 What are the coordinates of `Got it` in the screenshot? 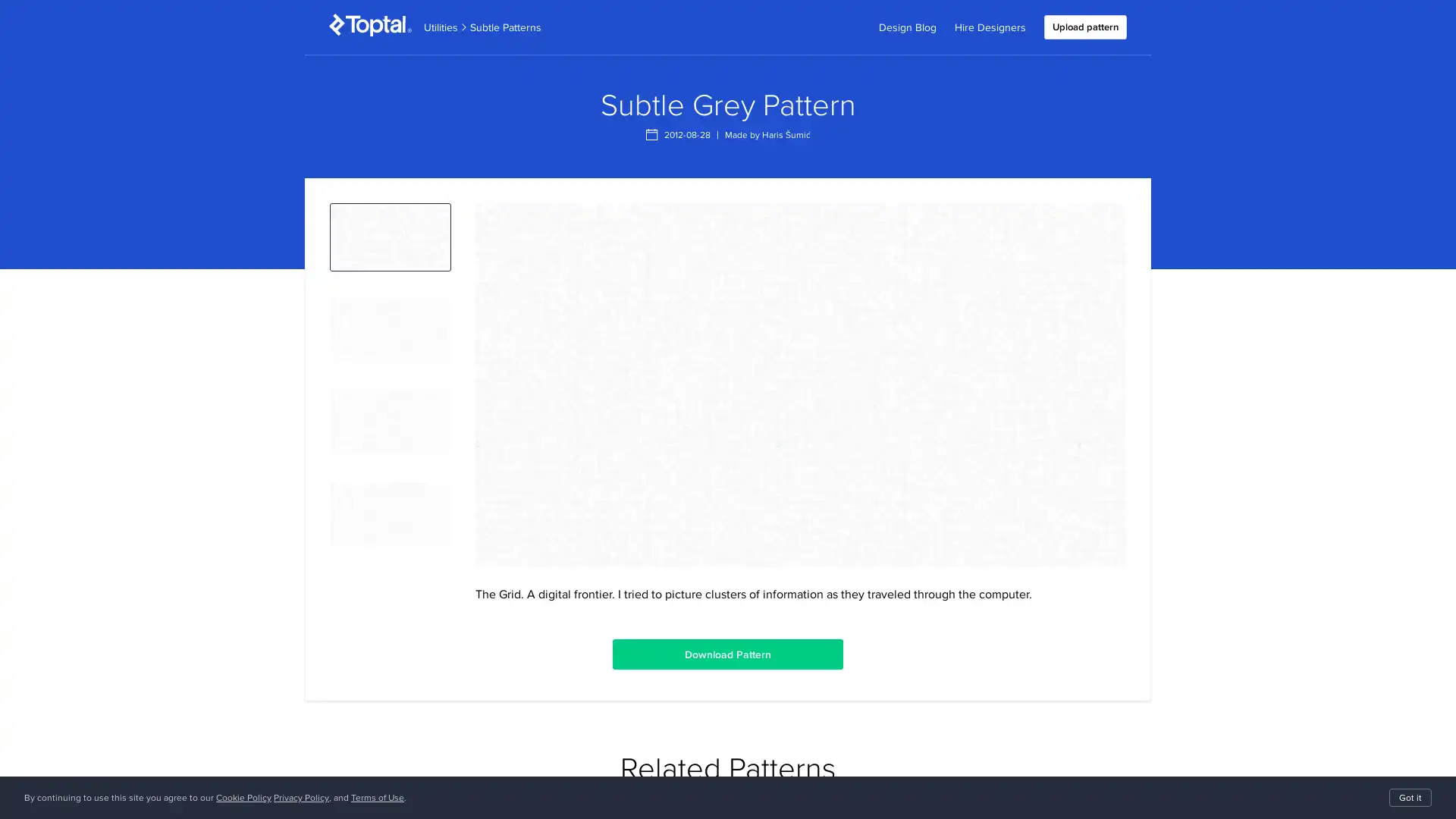 It's located at (1410, 797).